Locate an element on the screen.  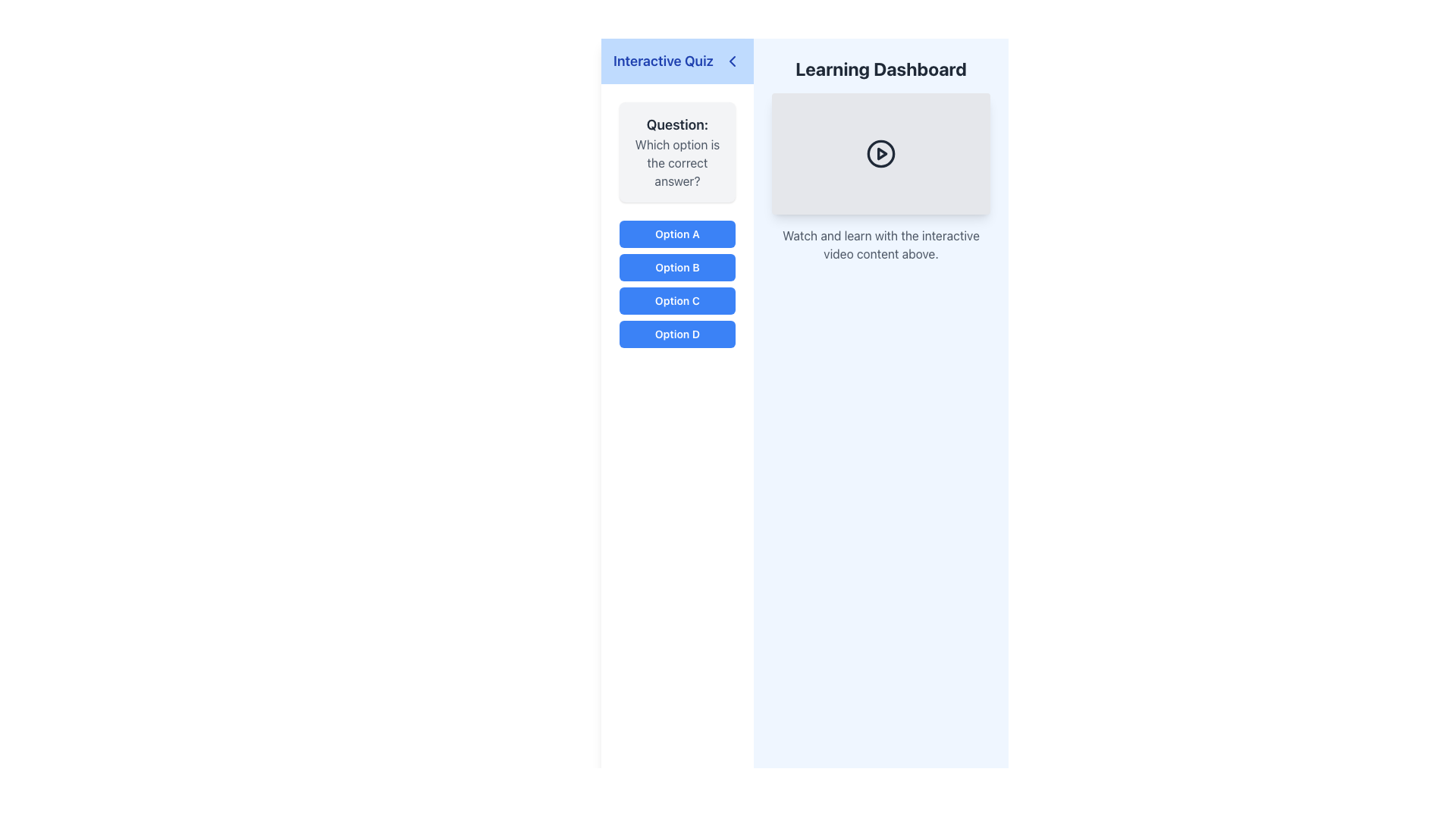
the left-pointing blue chevron icon located near the top left of the 'Interactive Quiz' header section is located at coordinates (732, 61).